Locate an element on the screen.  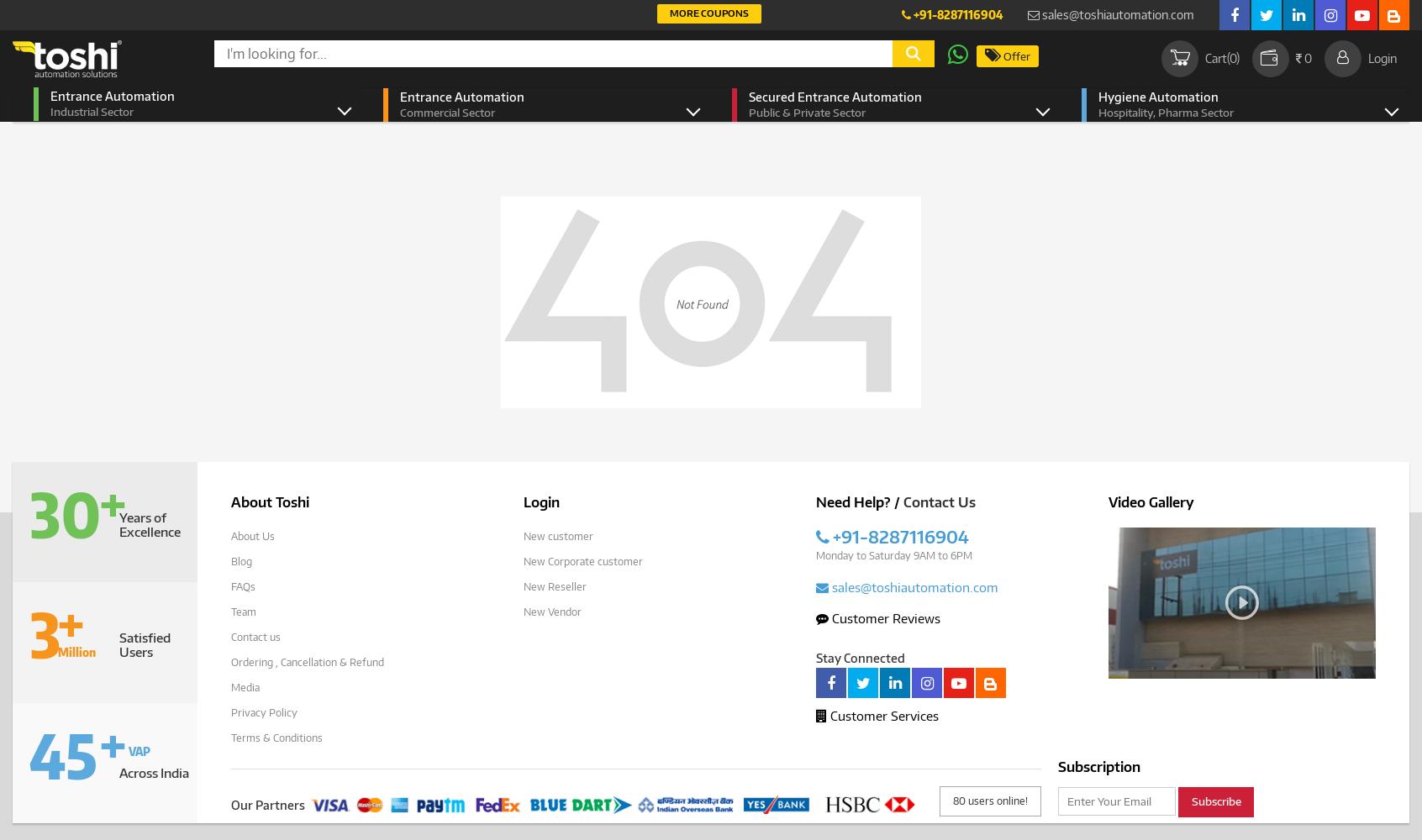
'Hygiene Automation' is located at coordinates (1157, 96).